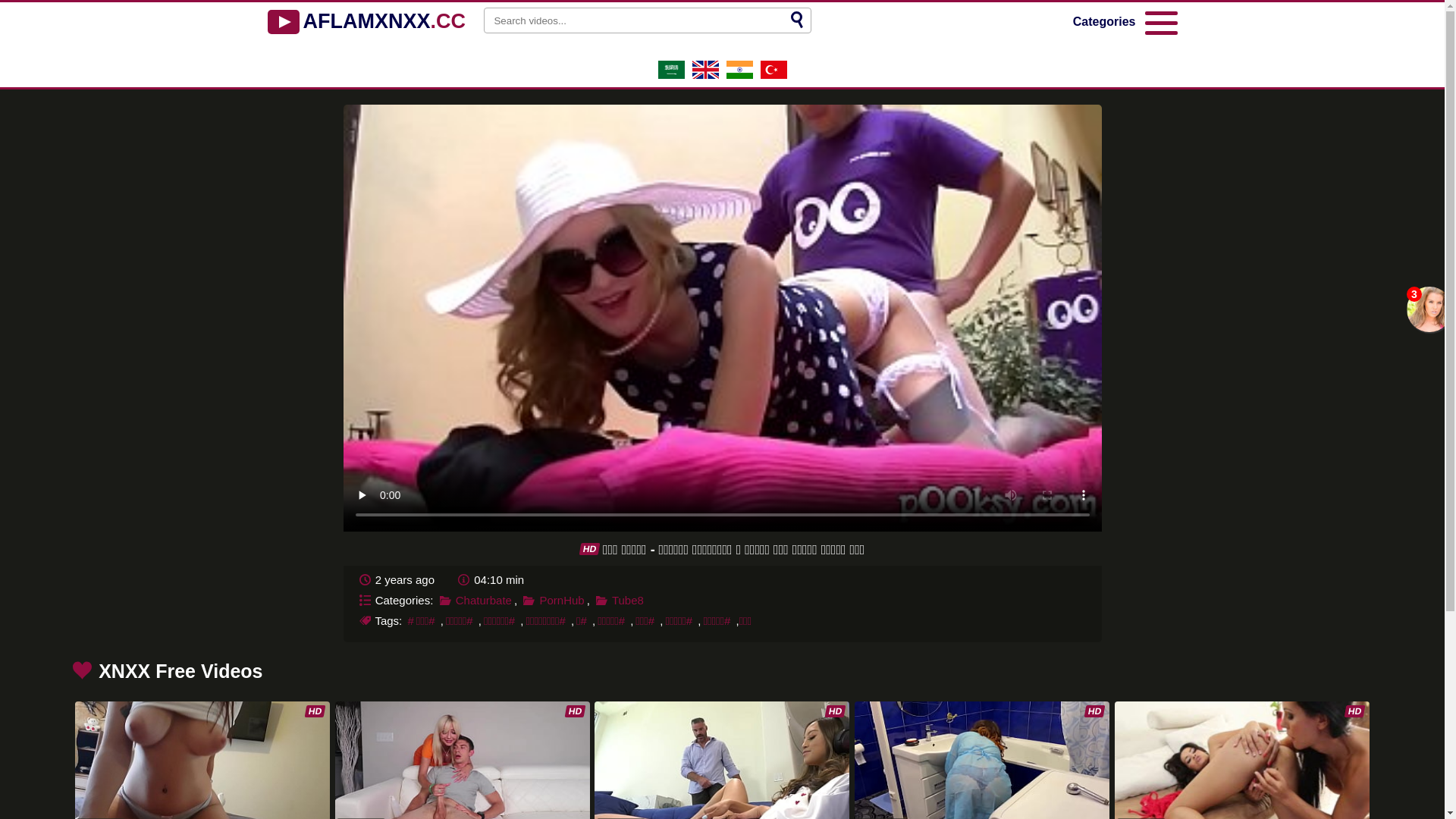 Image resolution: width=1456 pixels, height=819 pixels. Describe the element at coordinates (760, 74) in the screenshot. I see `'TR'` at that location.